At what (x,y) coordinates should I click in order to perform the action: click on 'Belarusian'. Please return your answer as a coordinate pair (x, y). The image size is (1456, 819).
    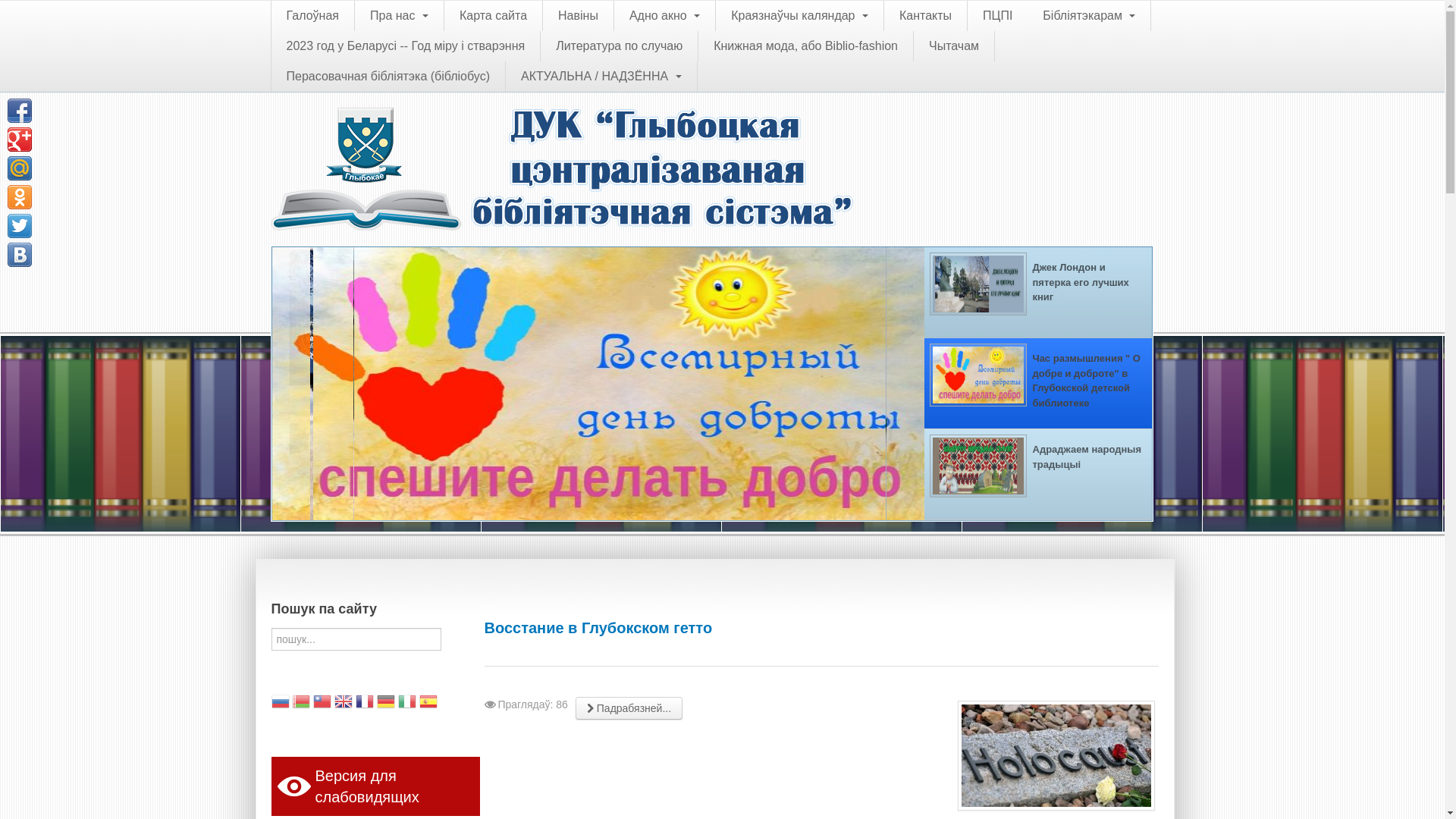
    Looking at the image, I should click on (291, 703).